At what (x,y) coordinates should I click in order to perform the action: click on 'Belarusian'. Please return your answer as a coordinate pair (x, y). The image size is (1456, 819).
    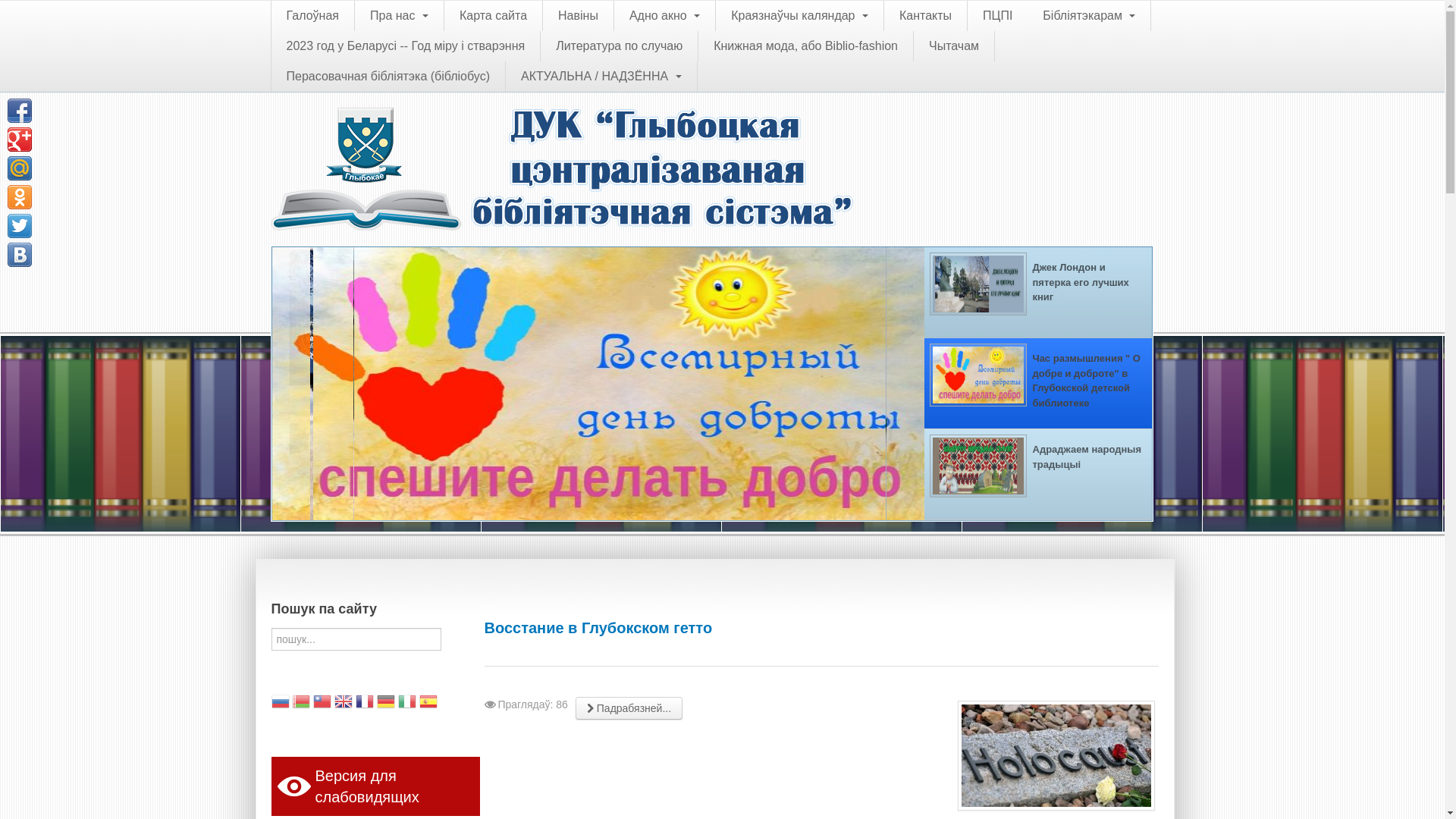
    Looking at the image, I should click on (291, 703).